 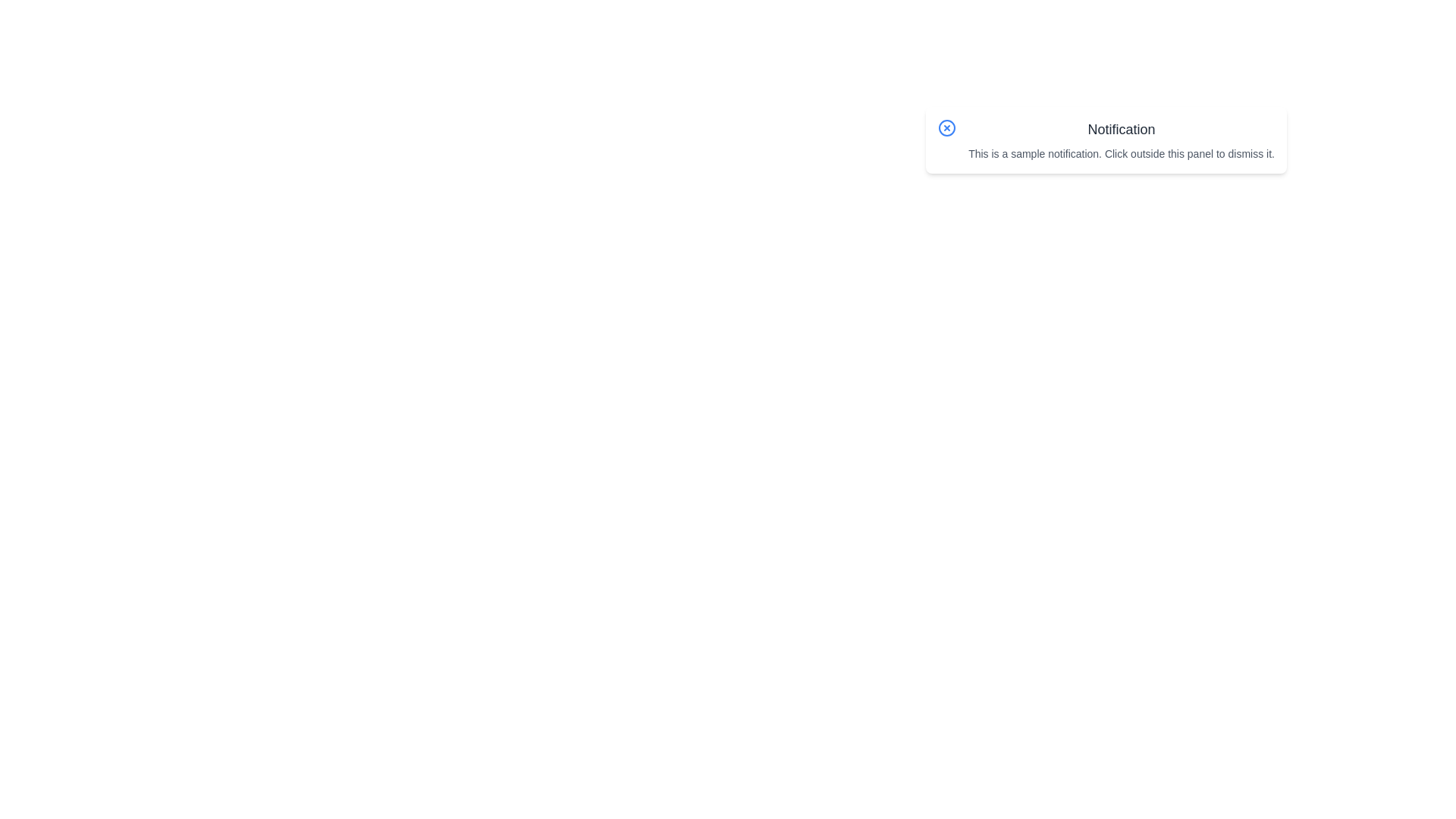 What do you see at coordinates (1122, 154) in the screenshot?
I see `the notification message element located directly below the 'Notification' title text within the notification panel` at bounding box center [1122, 154].